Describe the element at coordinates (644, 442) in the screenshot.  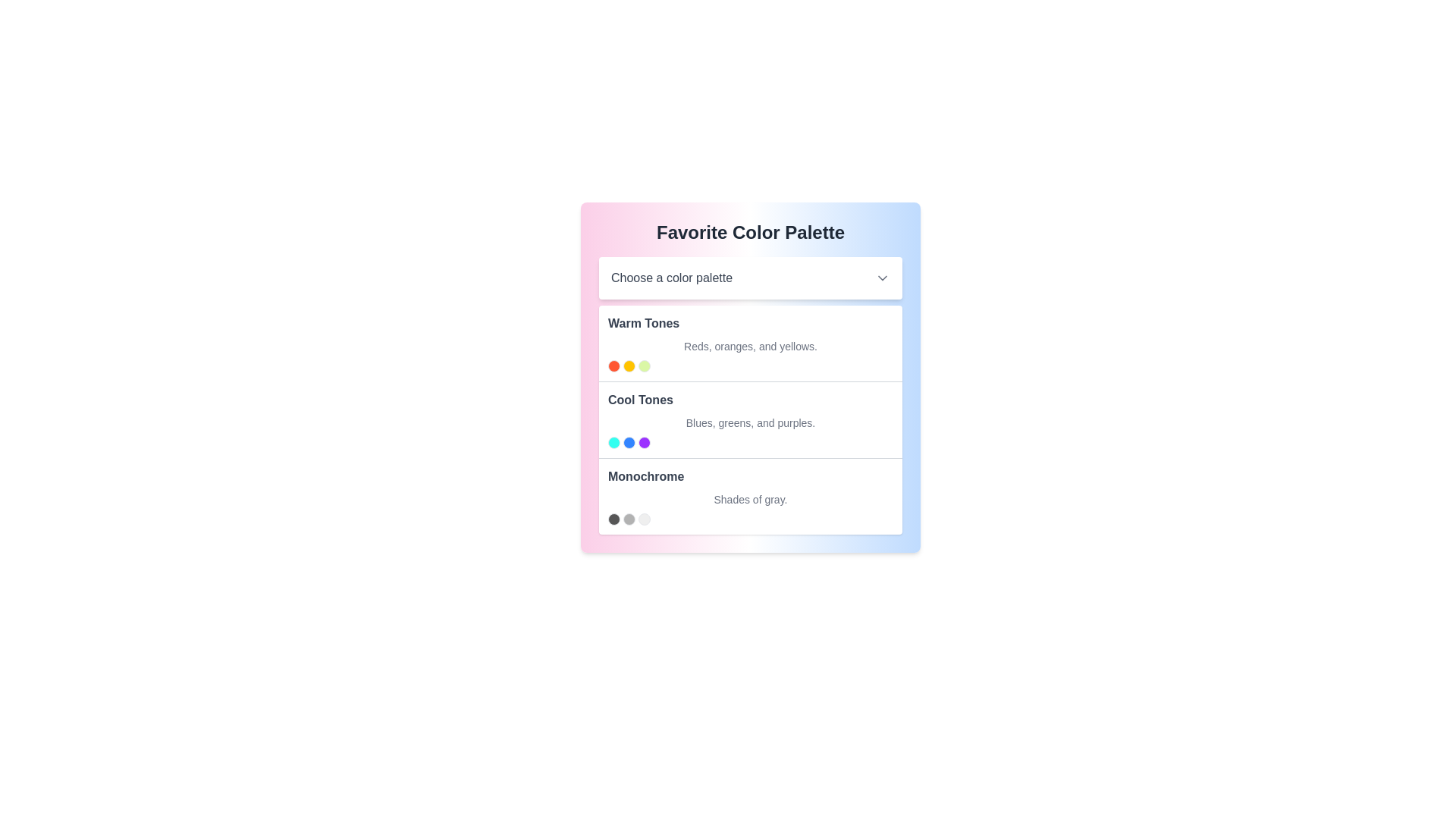
I see `the purple color indicator in the 'Cool Tones' section, which is the third circle in a horizontal trio of color indicators` at that location.